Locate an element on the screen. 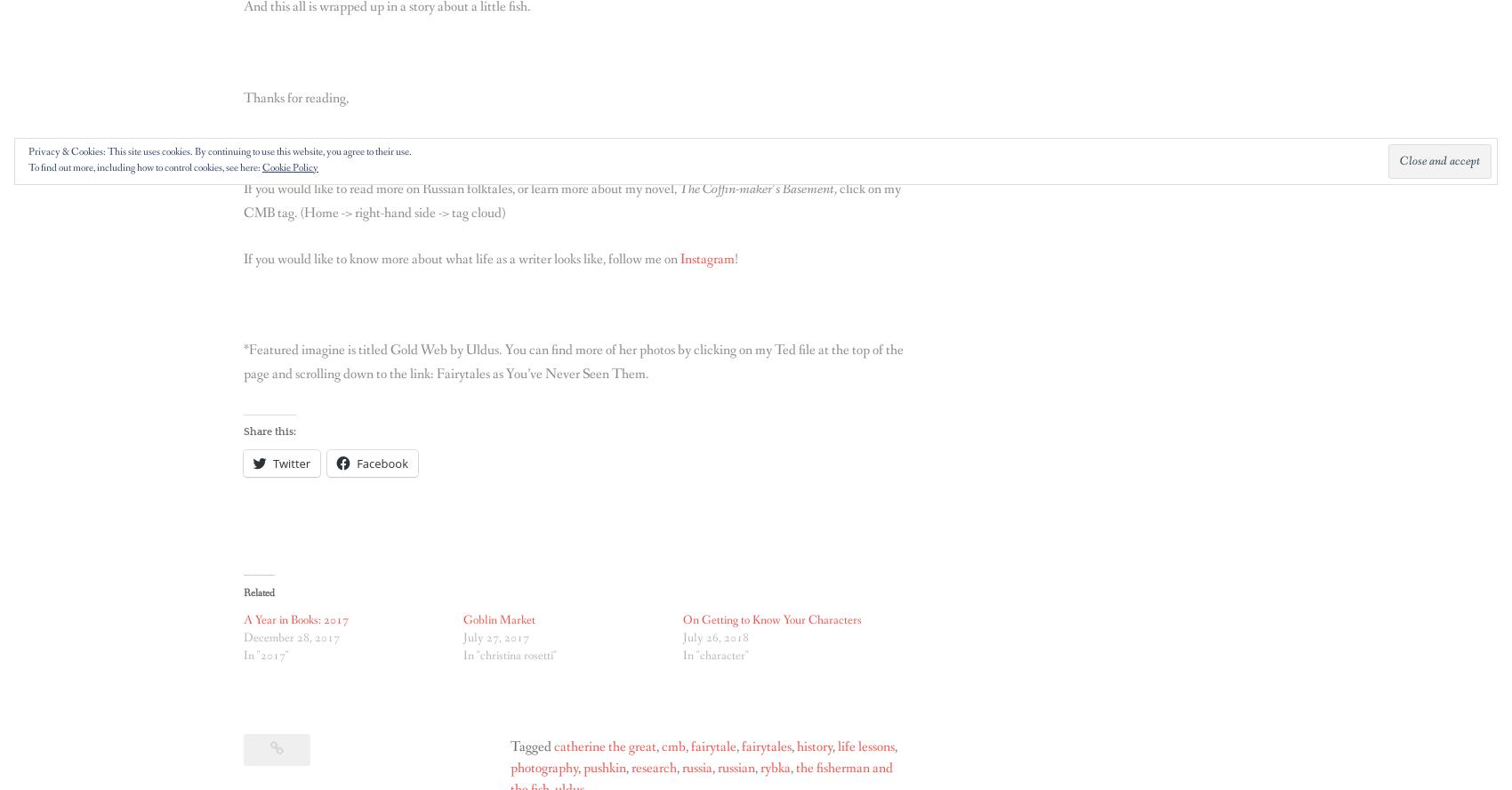  'Facebook' is located at coordinates (356, 462).